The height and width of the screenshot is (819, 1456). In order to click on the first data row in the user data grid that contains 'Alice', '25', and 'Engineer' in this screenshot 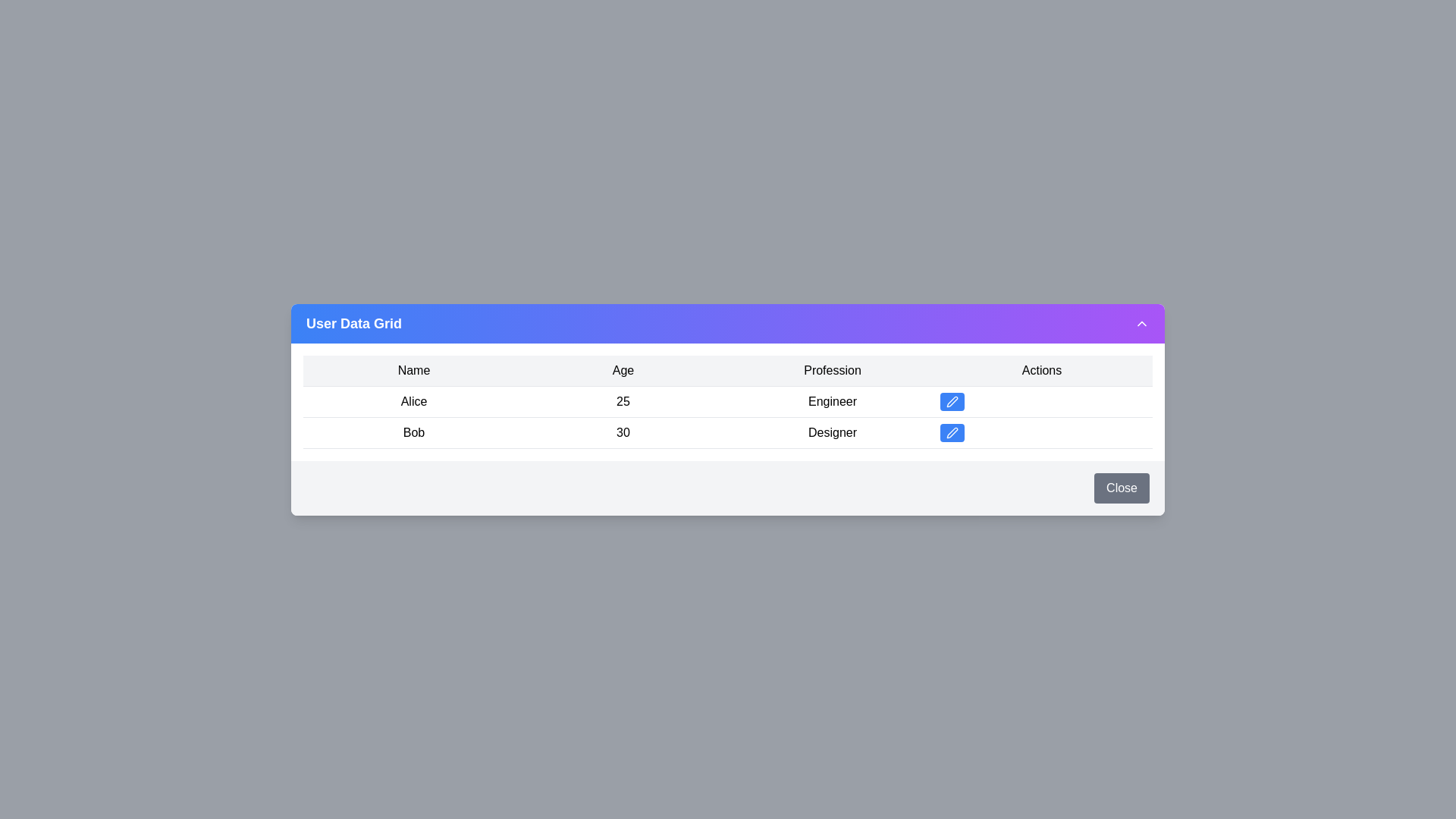, I will do `click(728, 400)`.